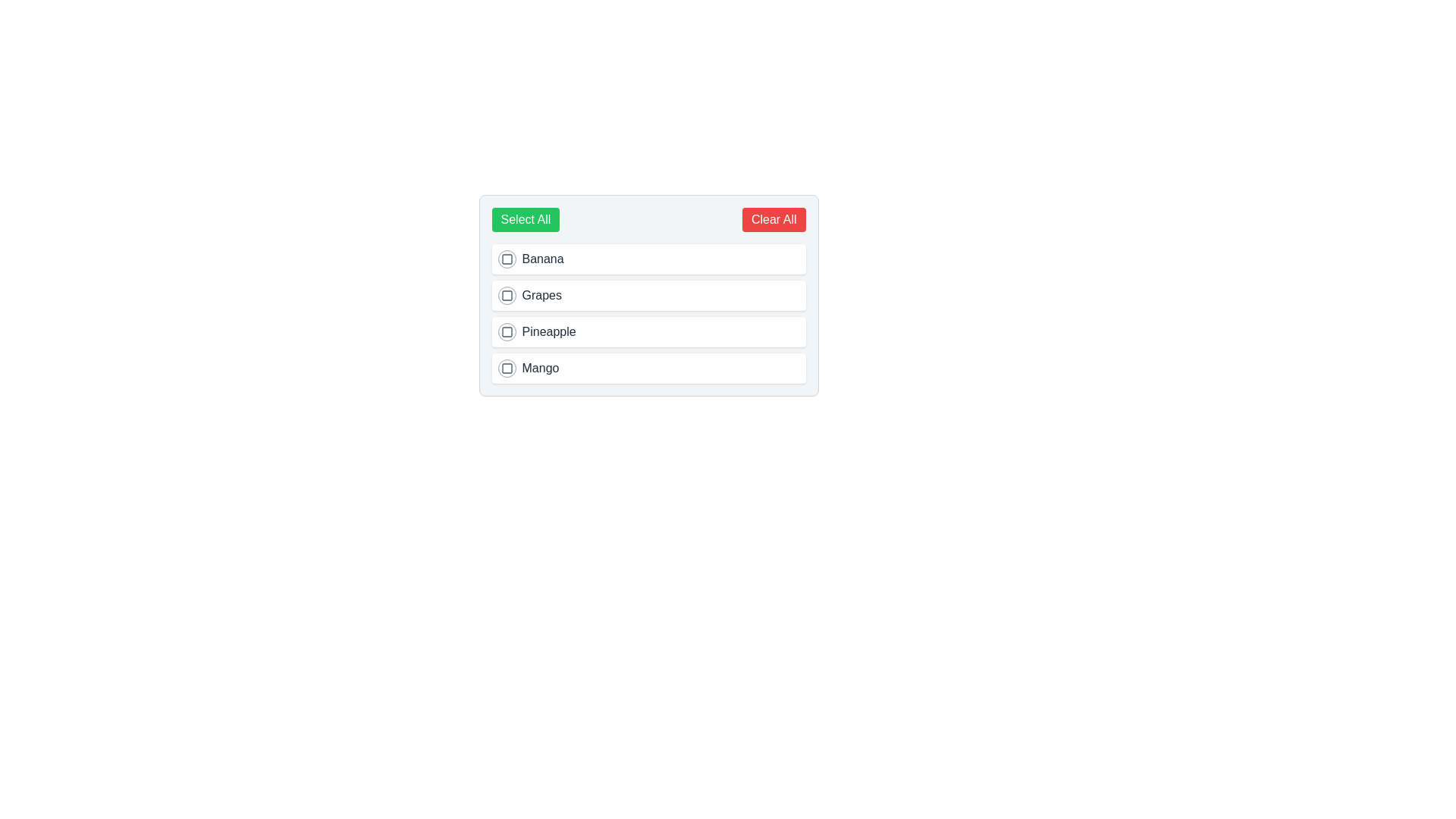  Describe the element at coordinates (507, 369) in the screenshot. I see `the circular checkbox in the list row labeled 'Mango'` at that location.